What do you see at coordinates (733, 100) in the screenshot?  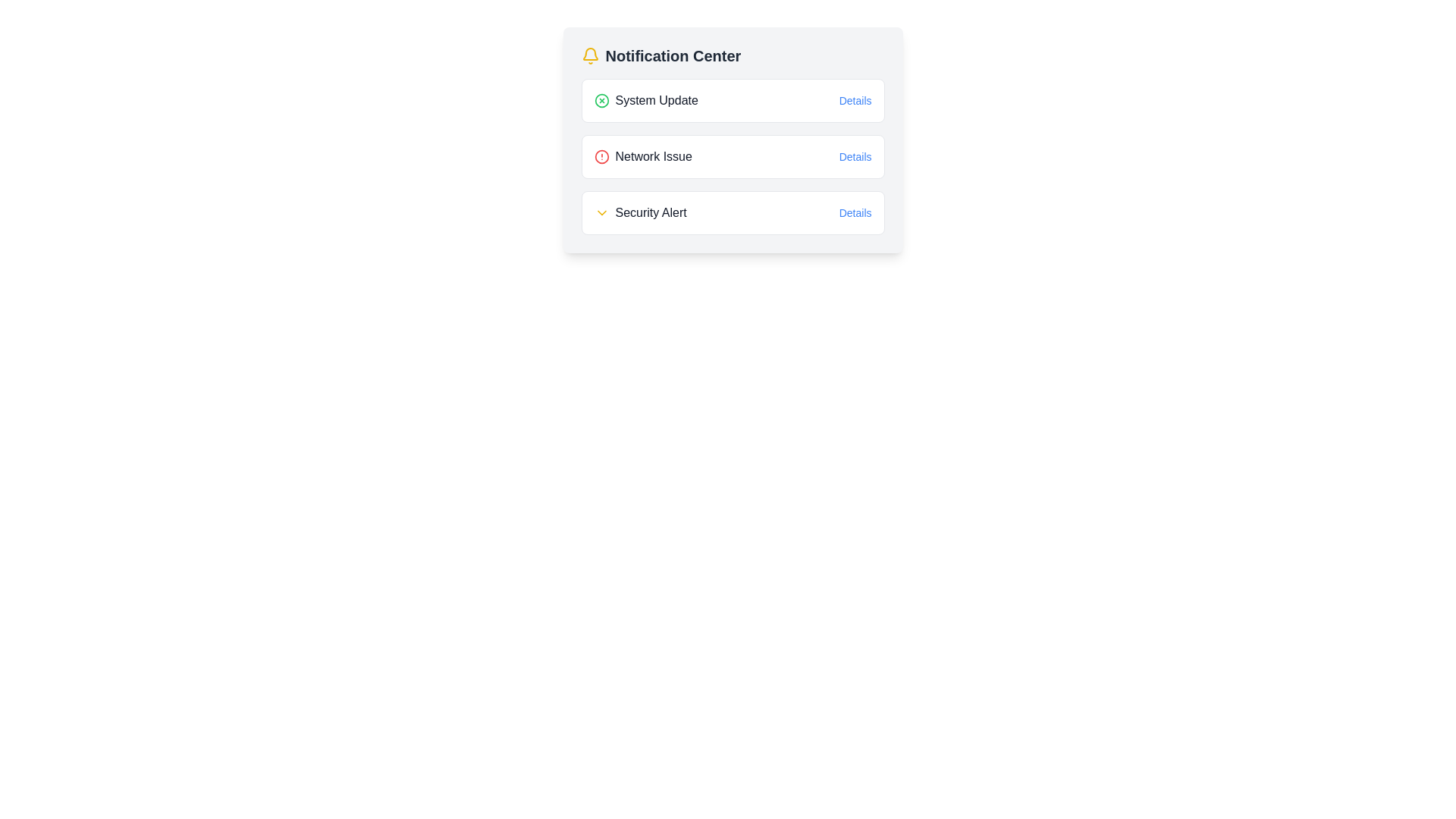 I see `update title from the first notification entry in the notification panel, which features a details link for more information` at bounding box center [733, 100].